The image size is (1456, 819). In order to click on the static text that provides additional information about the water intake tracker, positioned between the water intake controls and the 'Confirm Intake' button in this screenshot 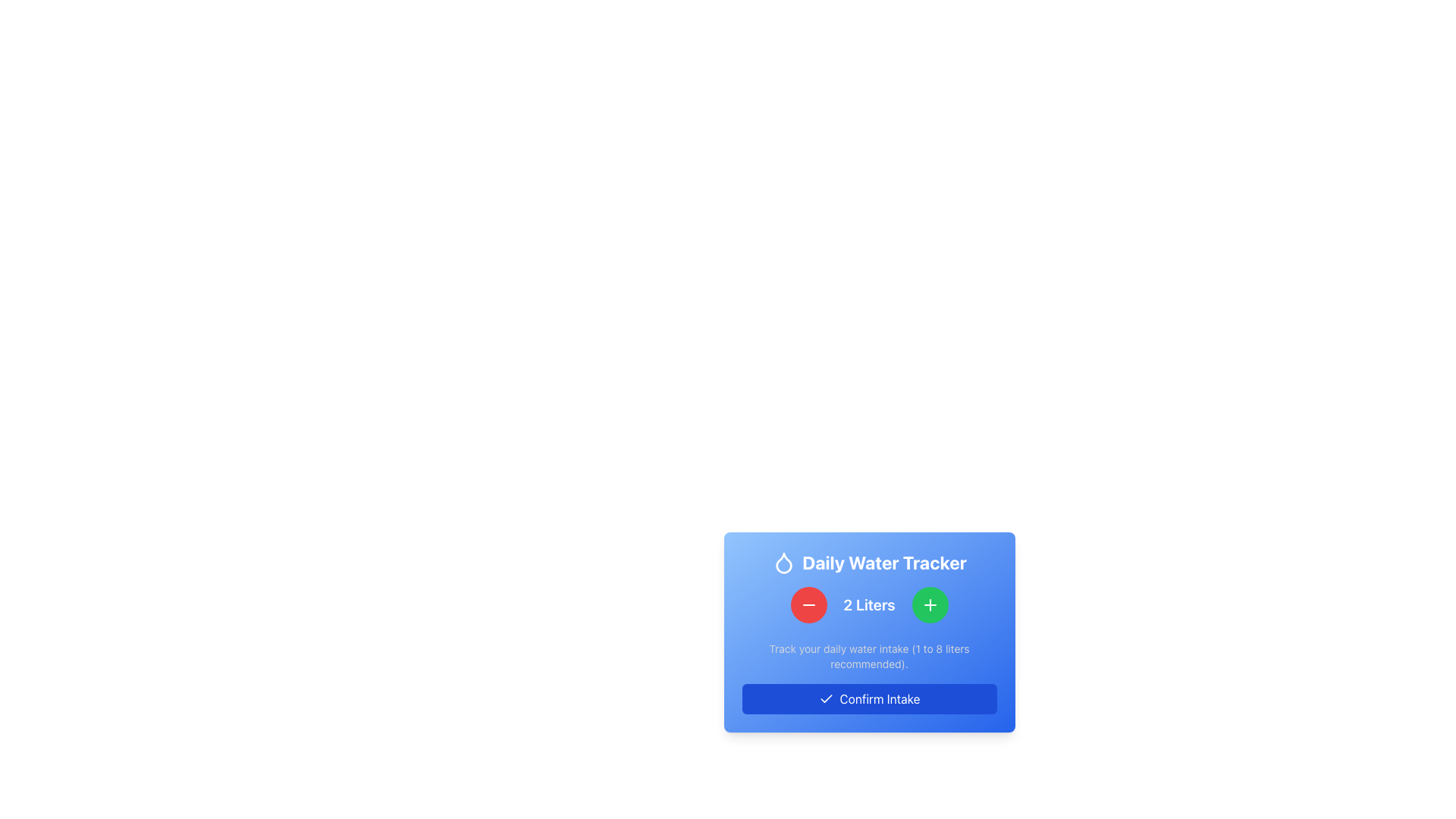, I will do `click(869, 656)`.